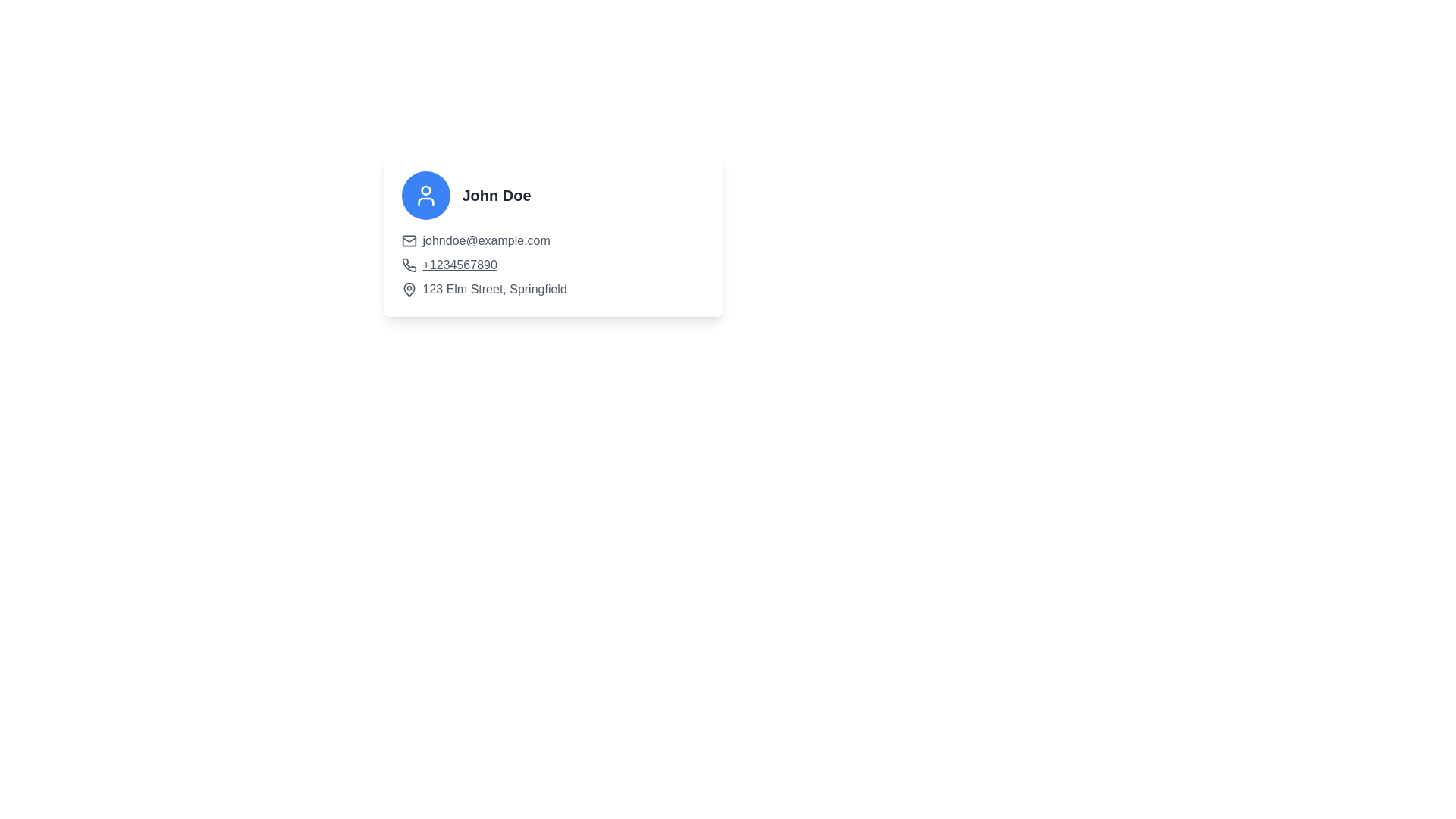 The width and height of the screenshot is (1456, 819). I want to click on the hyperlink displaying the email address 'johndoe@example.com', so click(486, 240).